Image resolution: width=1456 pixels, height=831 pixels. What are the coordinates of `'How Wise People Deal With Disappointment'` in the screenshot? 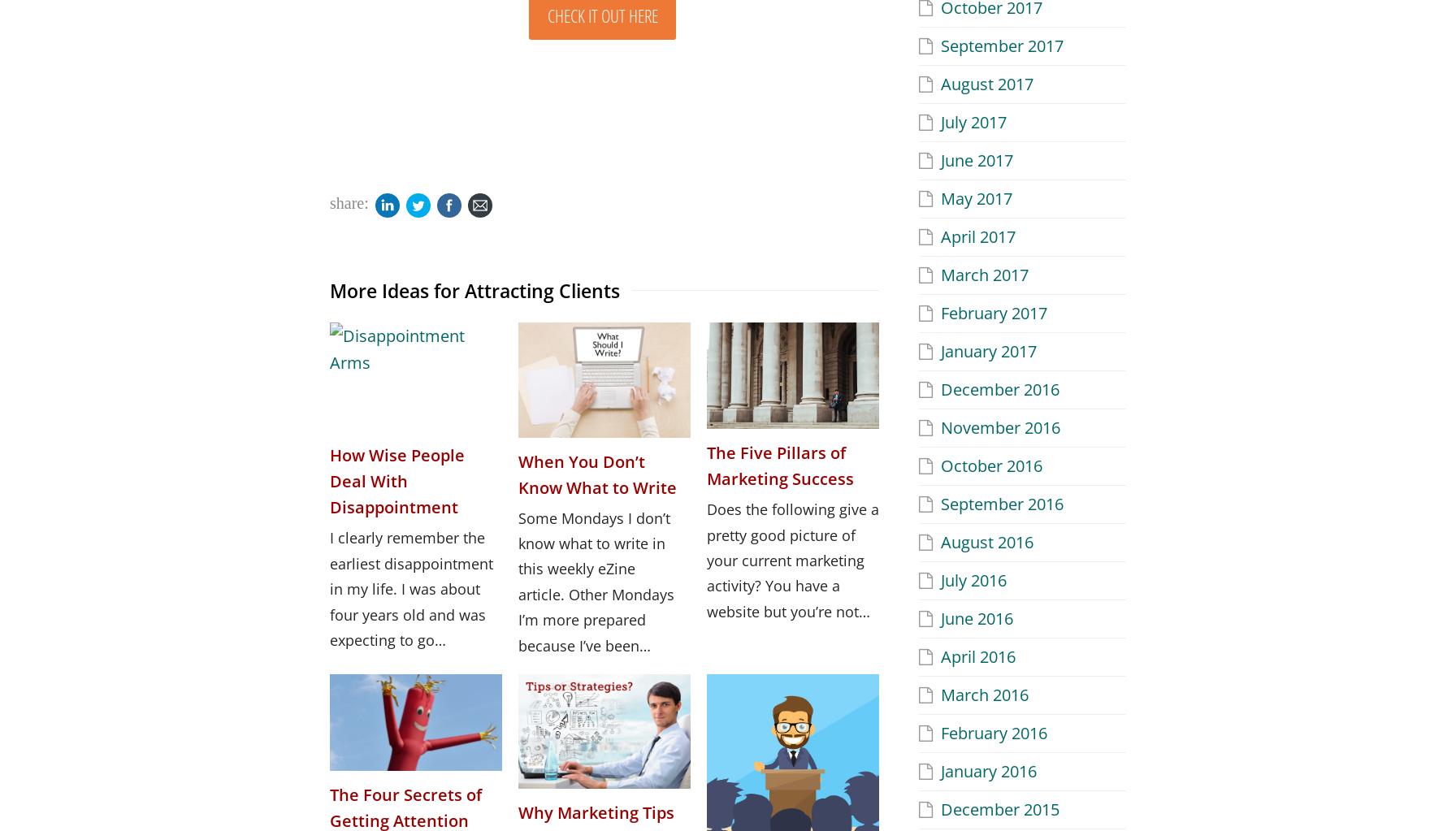 It's located at (397, 480).